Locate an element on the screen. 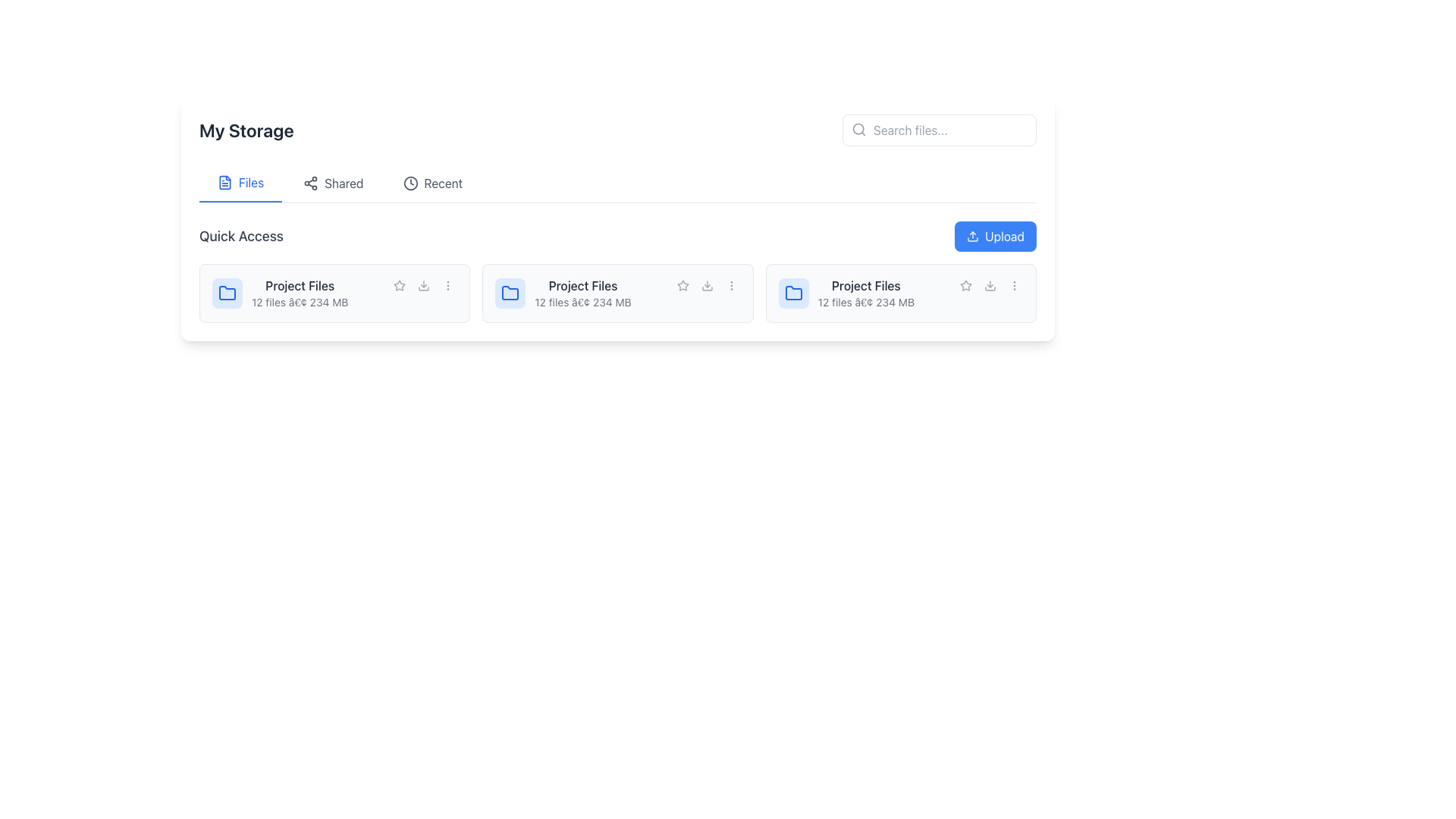  the star icon in the Quick Access section to mark or unmark an item as a favorite is located at coordinates (400, 286).